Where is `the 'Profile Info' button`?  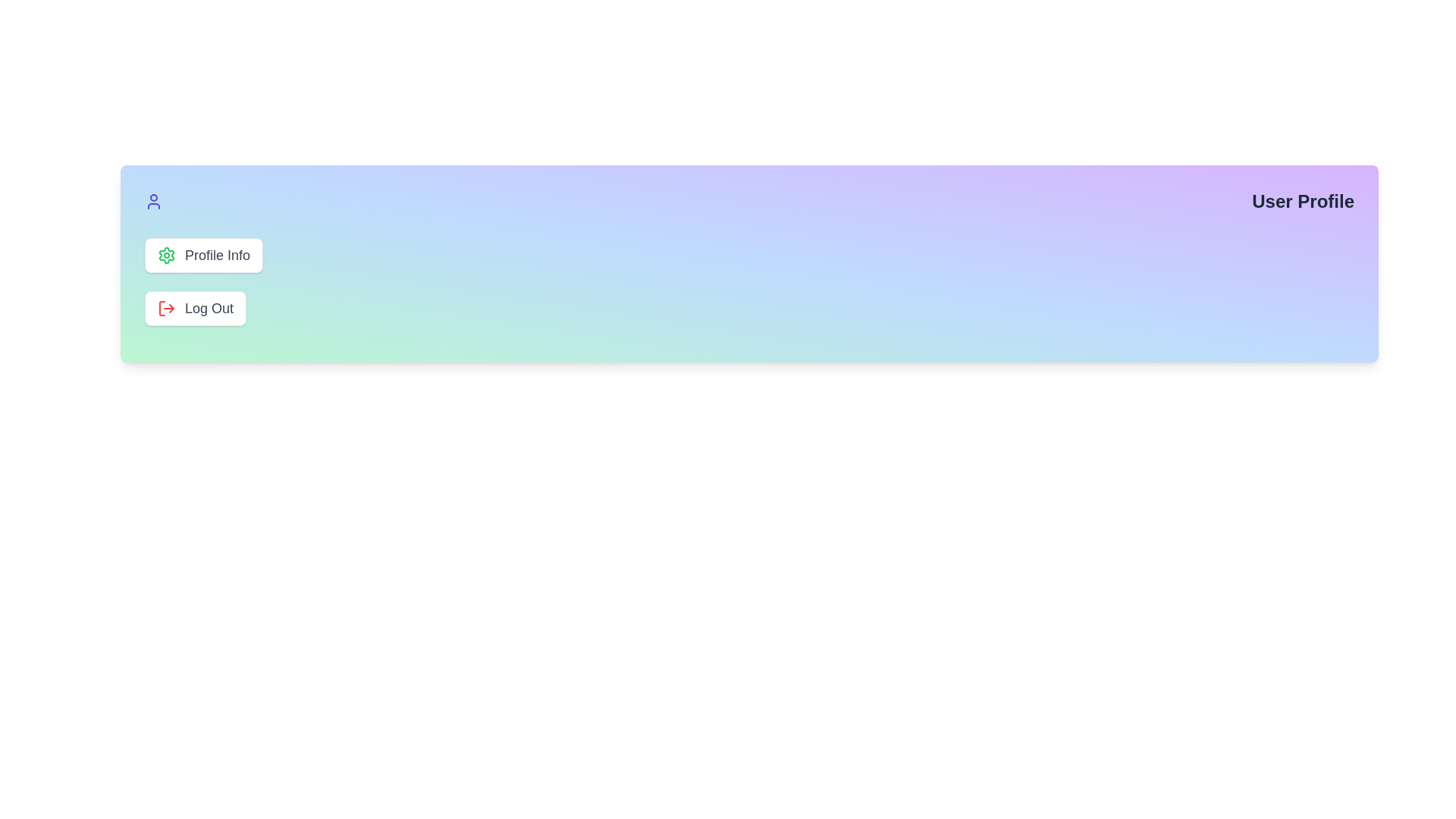 the 'Profile Info' button is located at coordinates (202, 254).